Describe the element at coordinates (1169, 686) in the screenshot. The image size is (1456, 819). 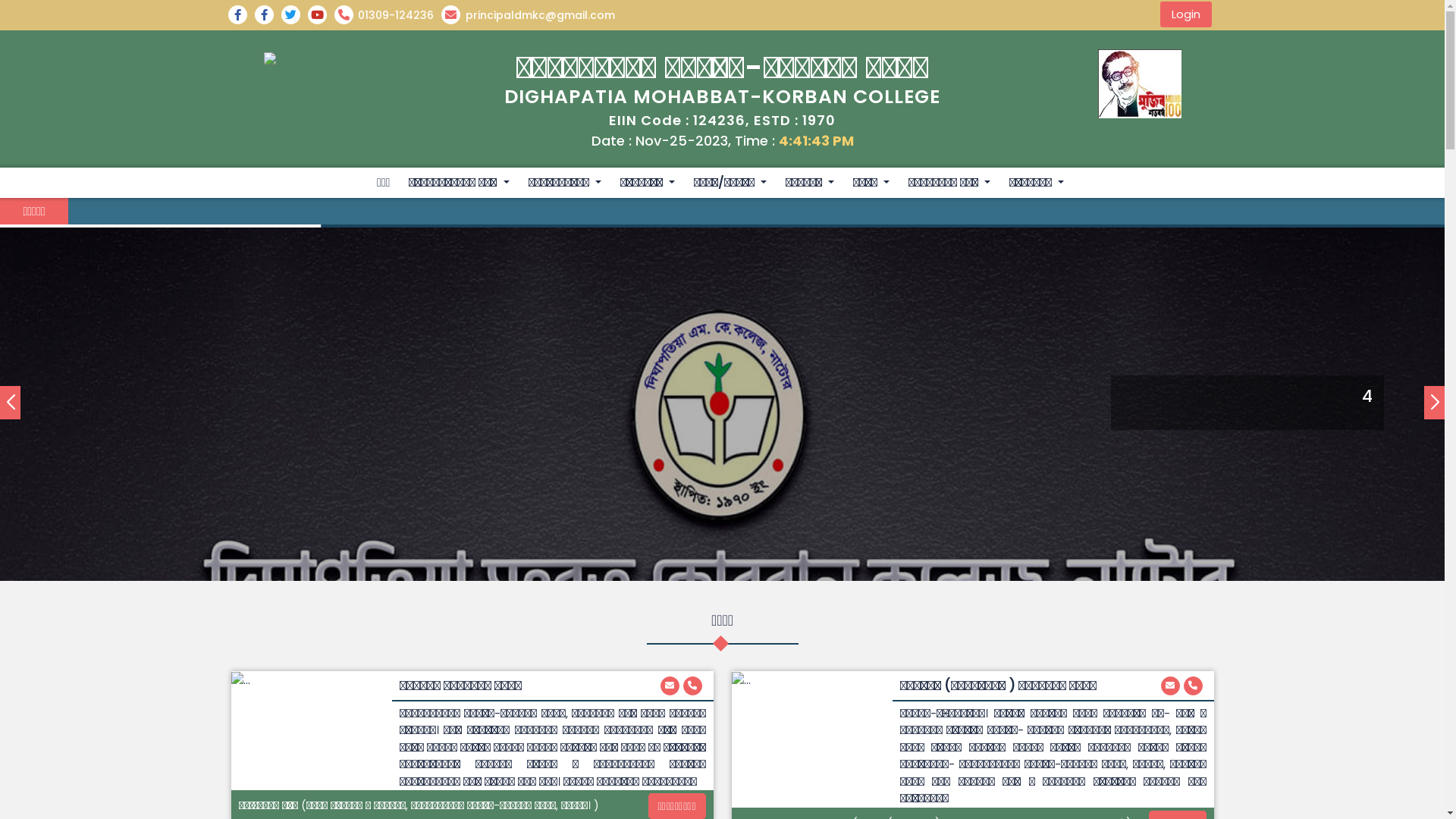
I see `'principaldmkc@gmail.com '` at that location.